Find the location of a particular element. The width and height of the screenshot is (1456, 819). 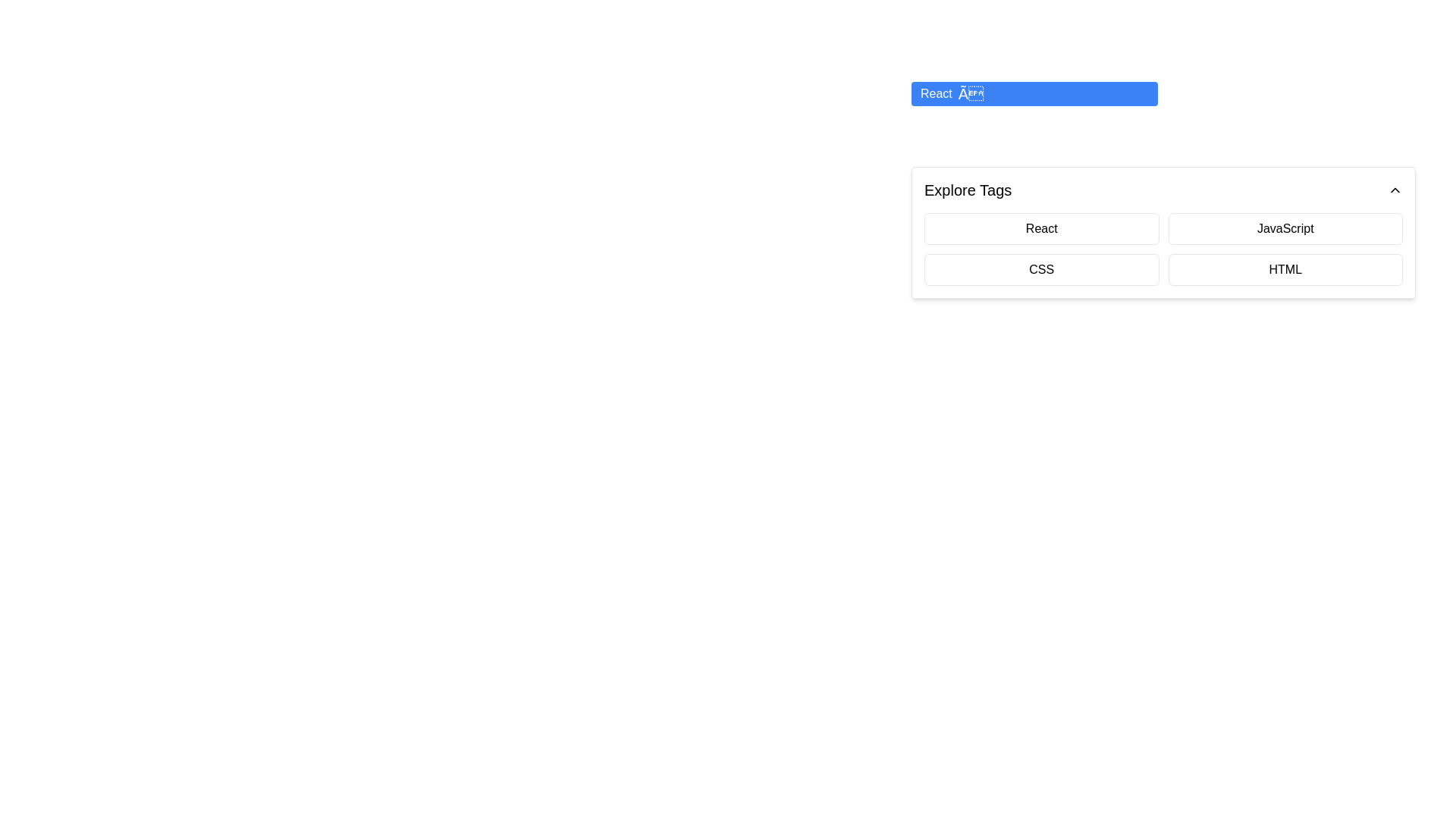

the interactive closing symbol (×) on the first tag element in the grid layout is located at coordinates (1163, 111).